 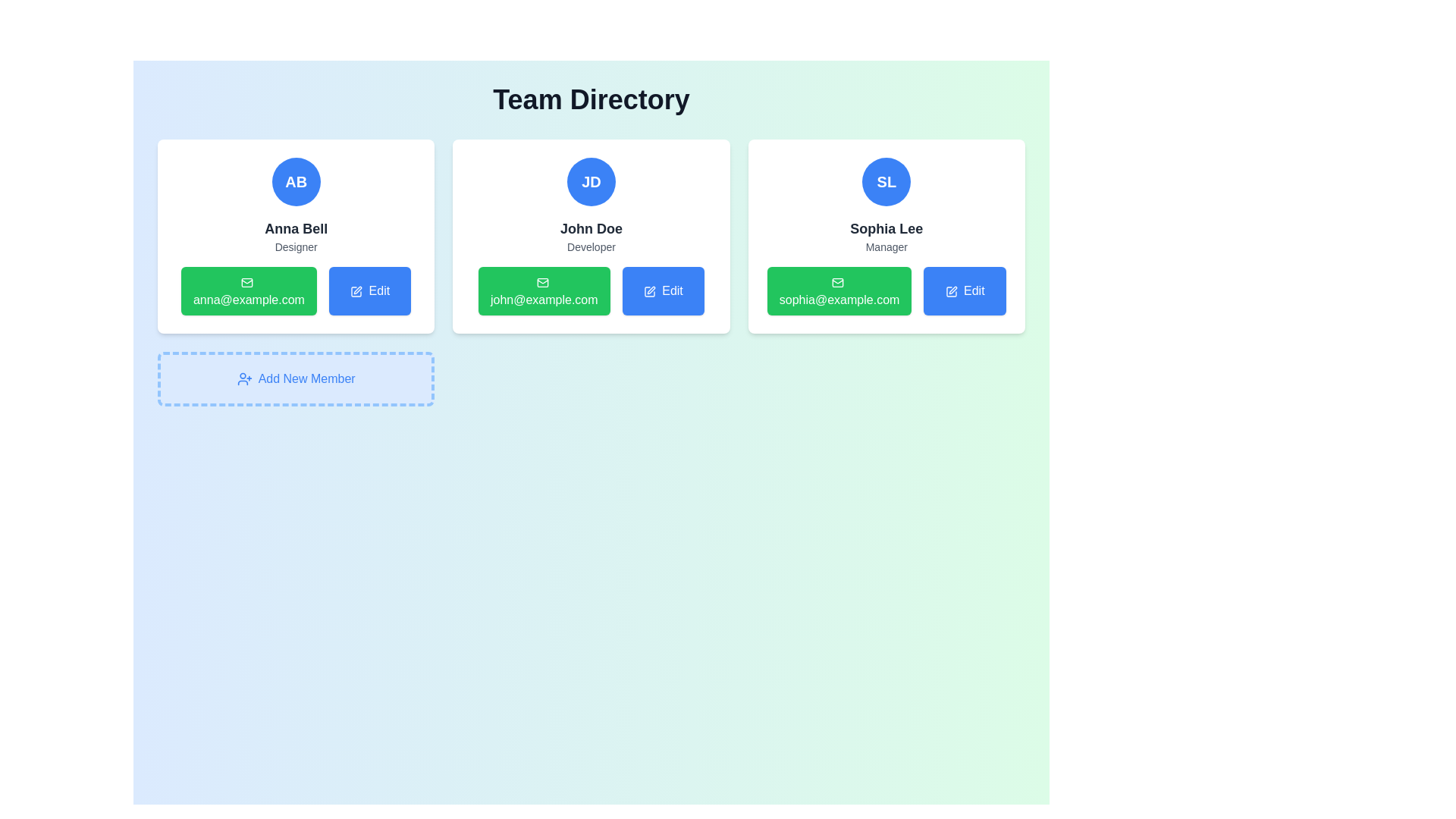 I want to click on rectangular graphical icon representing an email address, located under 'sophia@example.com' in the 'Team Directory', so click(x=837, y=282).